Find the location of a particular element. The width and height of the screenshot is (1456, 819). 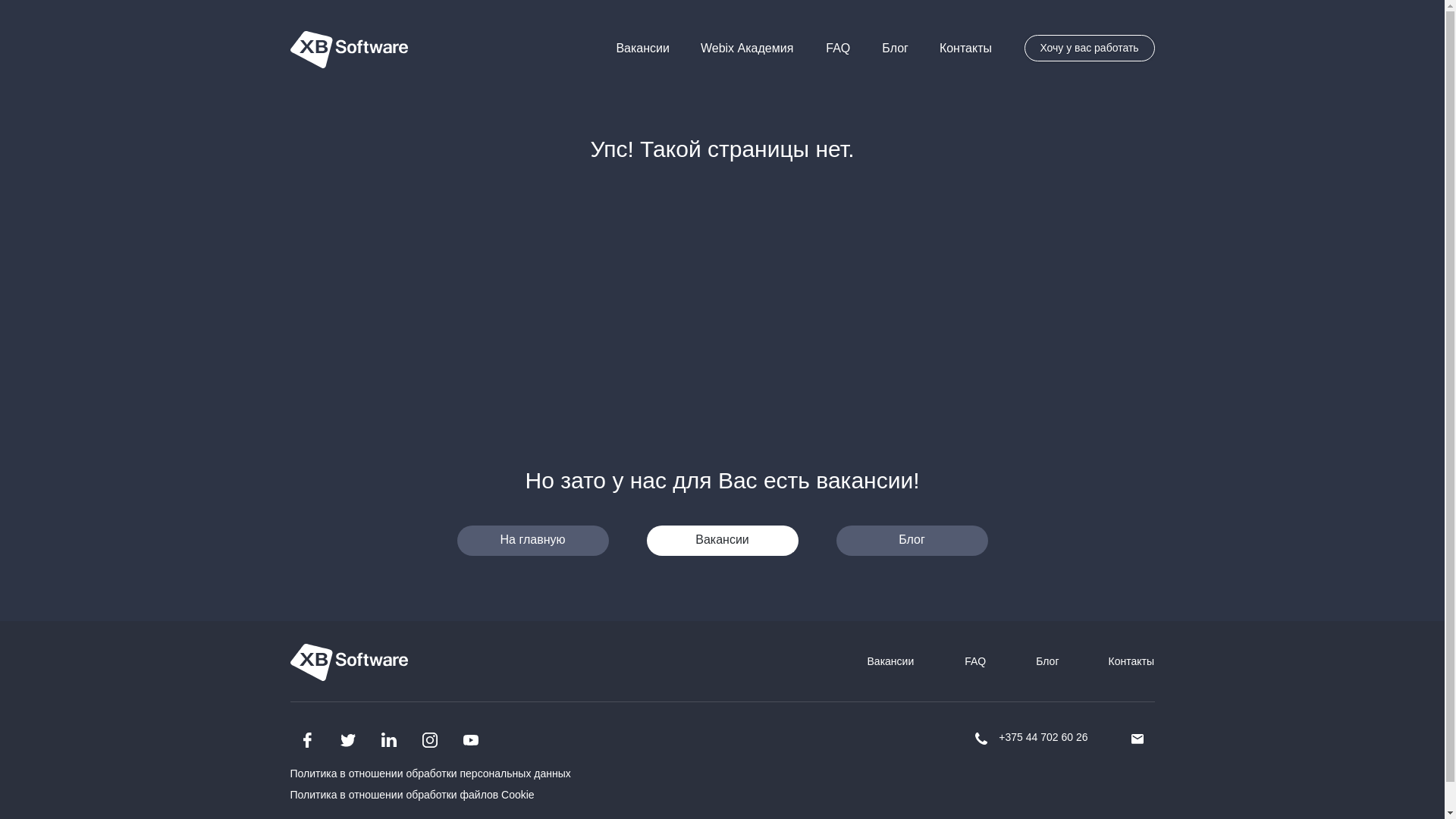

'FAQ' is located at coordinates (836, 46).